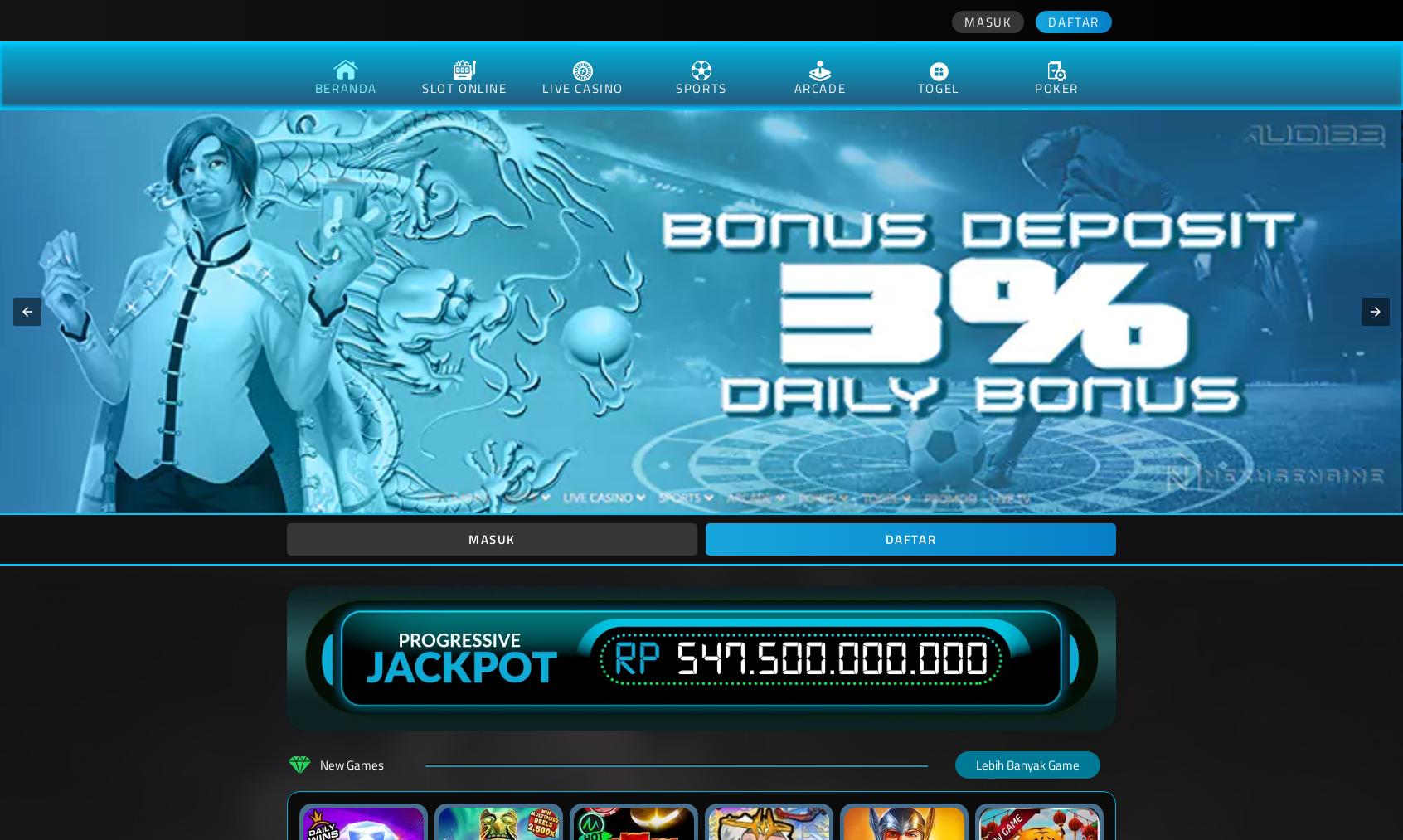 Image resolution: width=1403 pixels, height=840 pixels. Describe the element at coordinates (818, 88) in the screenshot. I see `'arcade'` at that location.